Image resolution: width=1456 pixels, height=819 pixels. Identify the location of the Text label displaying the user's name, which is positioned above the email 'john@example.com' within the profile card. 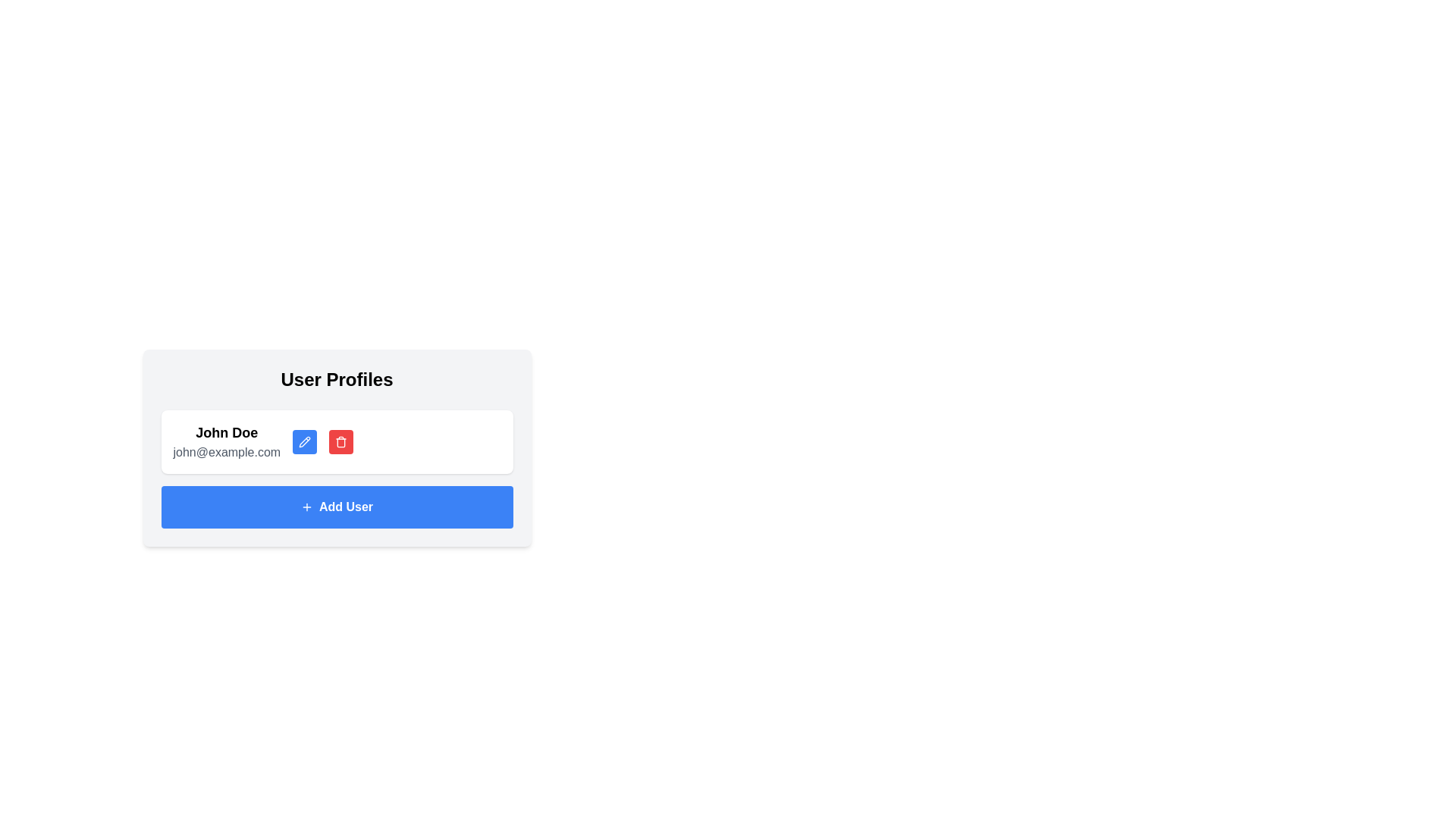
(226, 432).